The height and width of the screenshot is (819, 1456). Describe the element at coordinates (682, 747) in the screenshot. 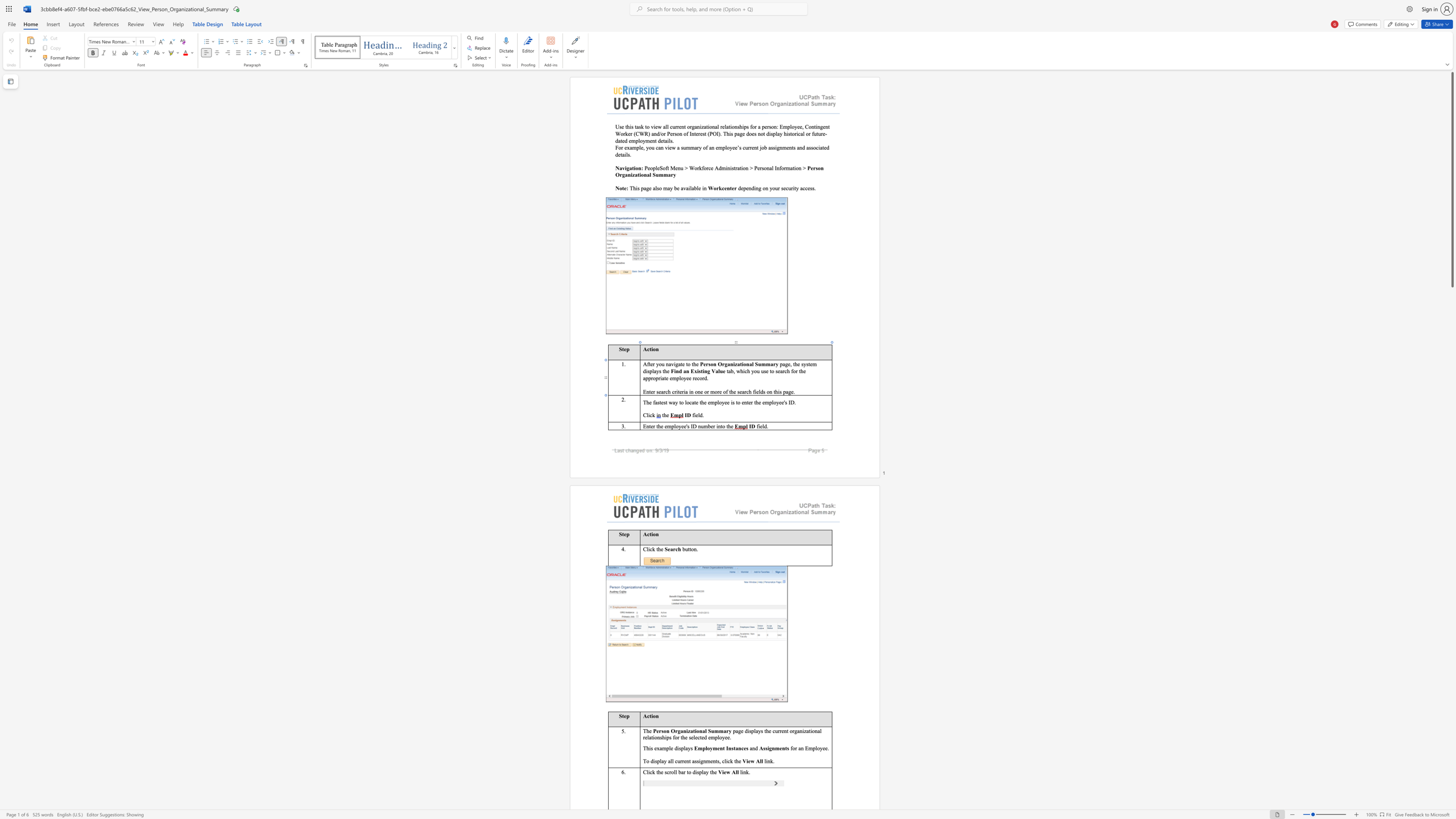

I see `the 2th character "p" in the text` at that location.